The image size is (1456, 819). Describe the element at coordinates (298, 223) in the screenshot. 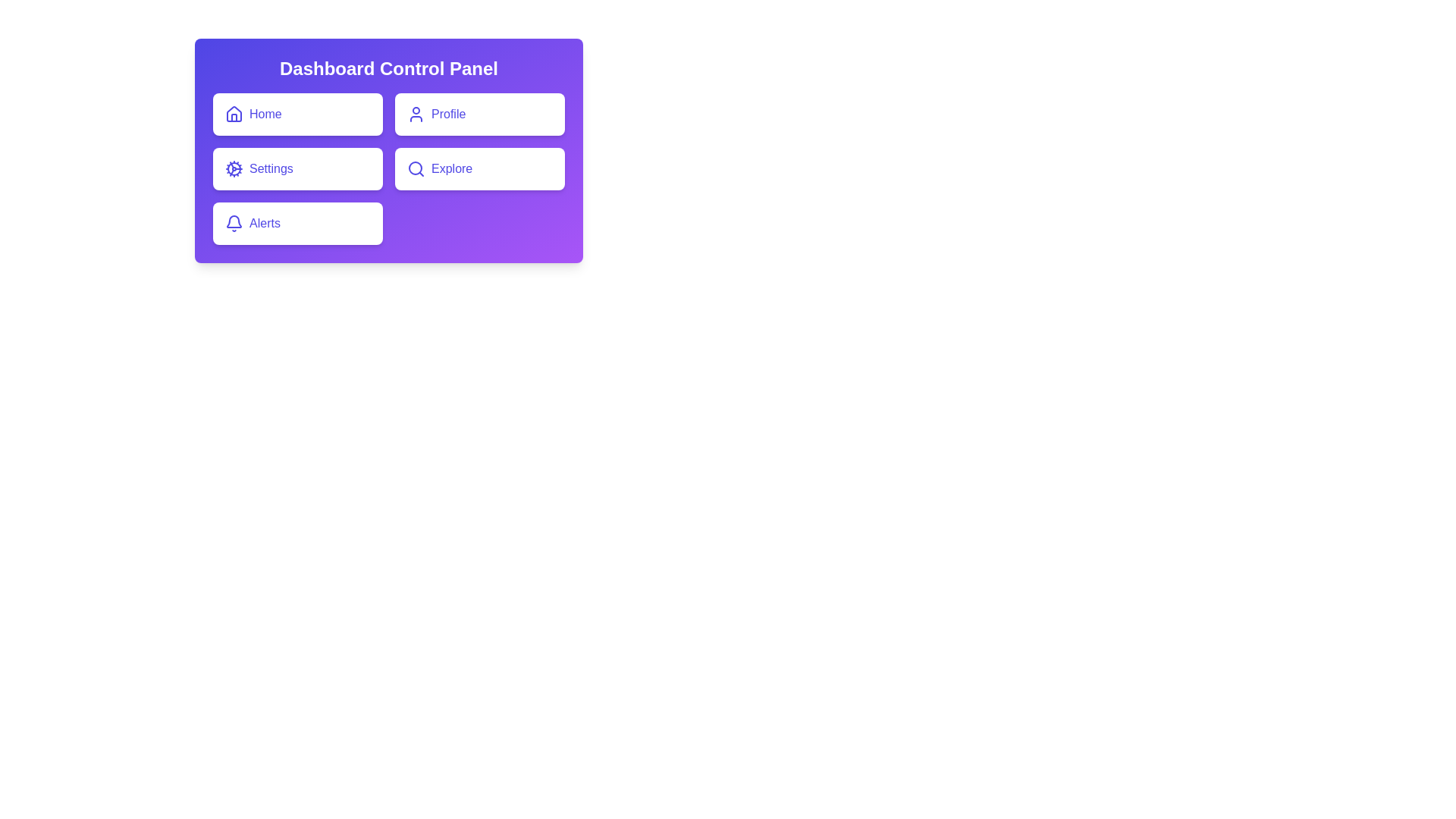

I see `the button located at the bottom left of the grid, which is related to alerts or notifications` at that location.